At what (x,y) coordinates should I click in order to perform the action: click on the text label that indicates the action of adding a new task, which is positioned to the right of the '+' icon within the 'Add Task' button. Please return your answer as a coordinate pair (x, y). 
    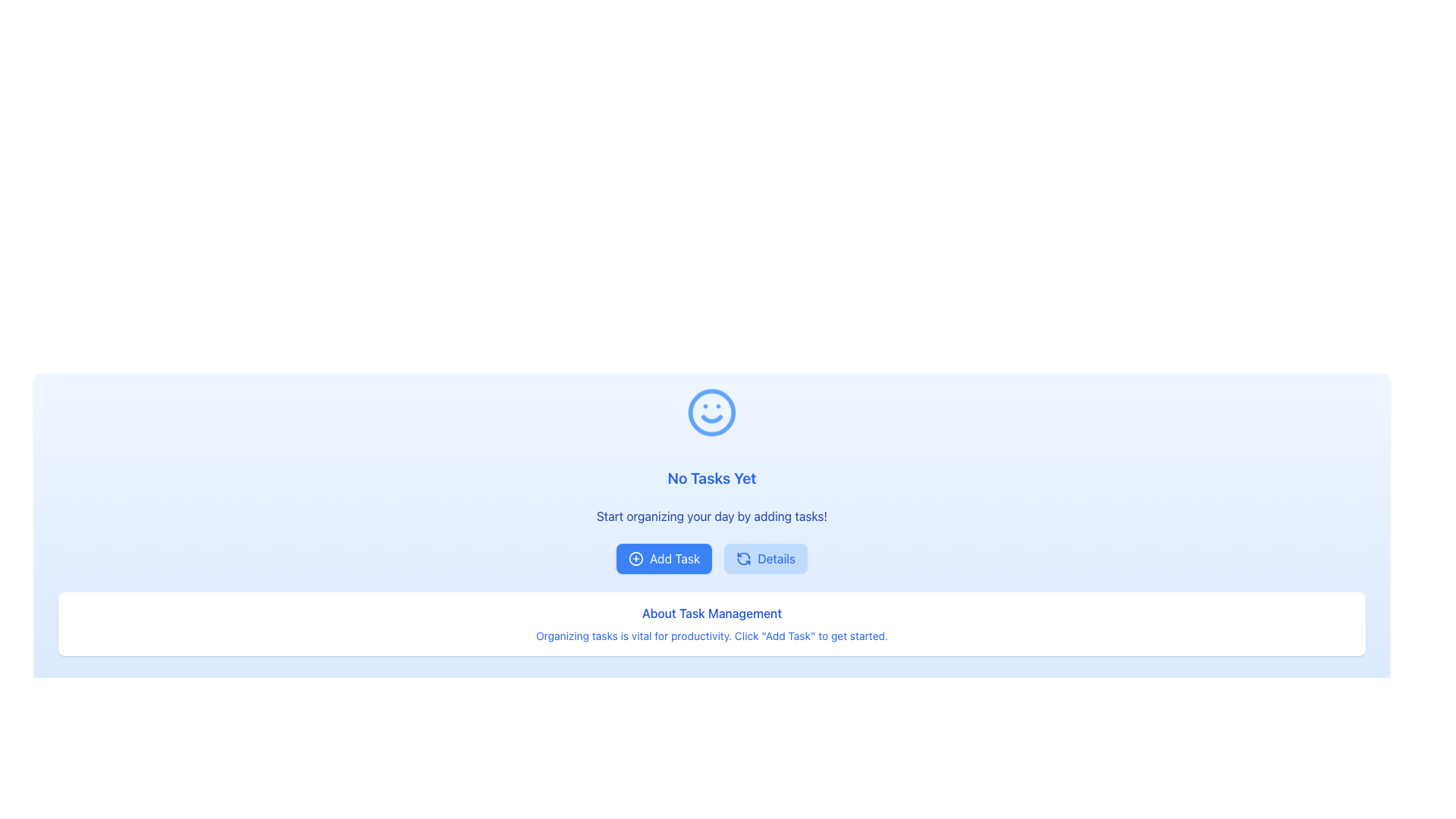
    Looking at the image, I should click on (674, 558).